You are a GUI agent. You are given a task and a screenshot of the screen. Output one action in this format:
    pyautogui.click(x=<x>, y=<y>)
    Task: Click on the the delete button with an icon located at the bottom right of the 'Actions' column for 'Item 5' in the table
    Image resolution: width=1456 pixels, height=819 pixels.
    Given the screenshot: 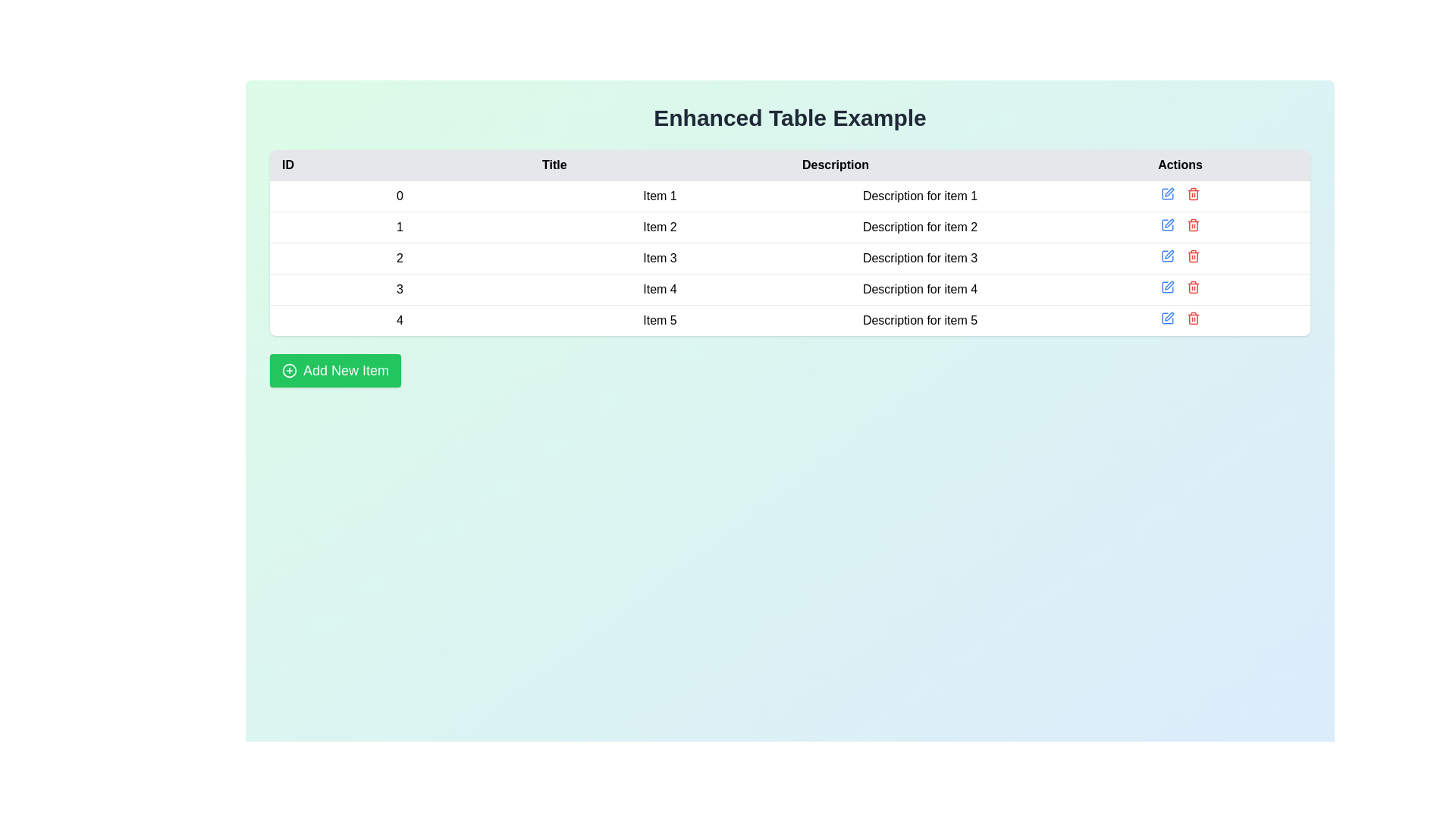 What is the action you would take?
    pyautogui.click(x=1192, y=318)
    